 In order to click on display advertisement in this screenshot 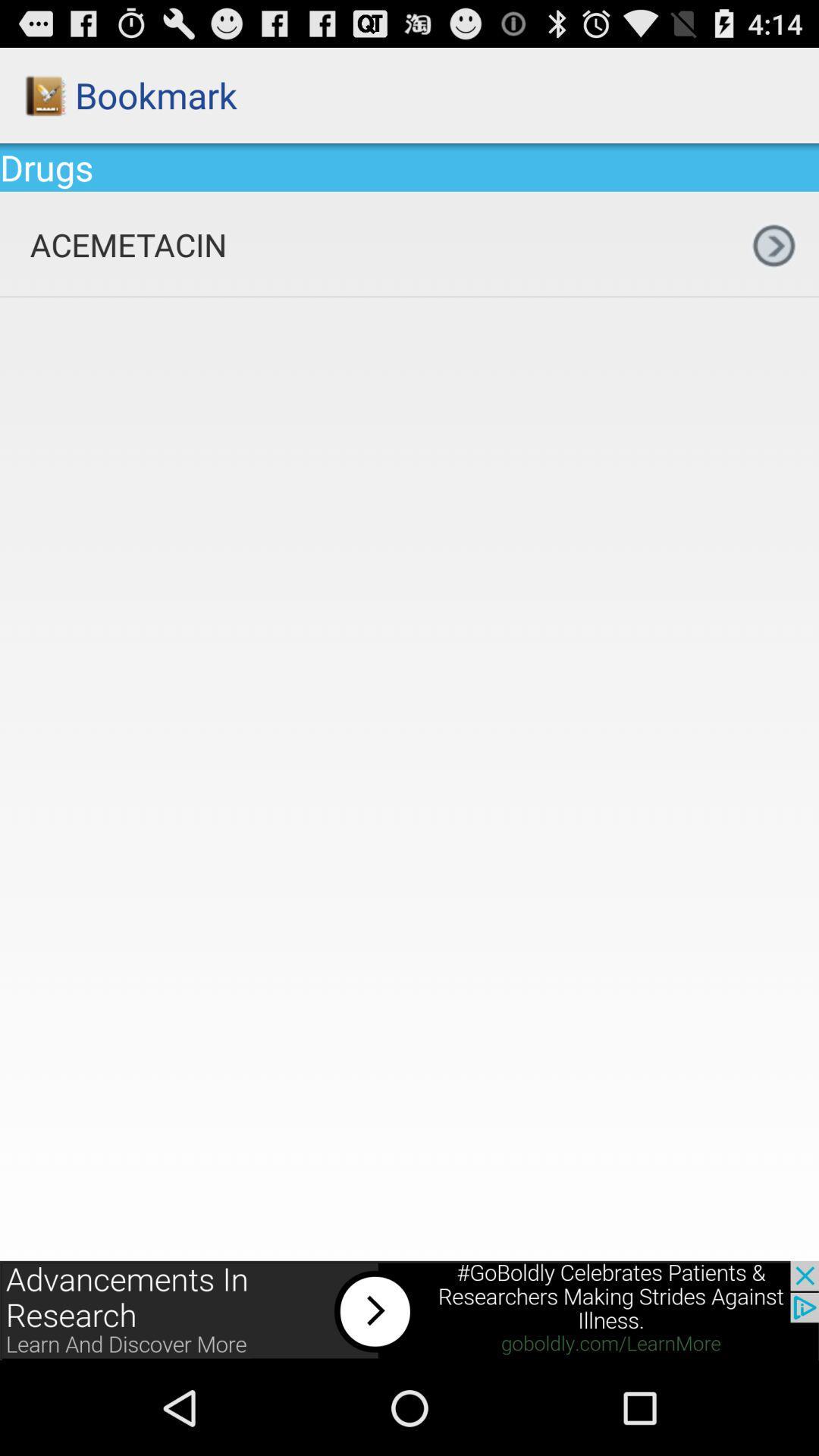, I will do `click(409, 1310)`.